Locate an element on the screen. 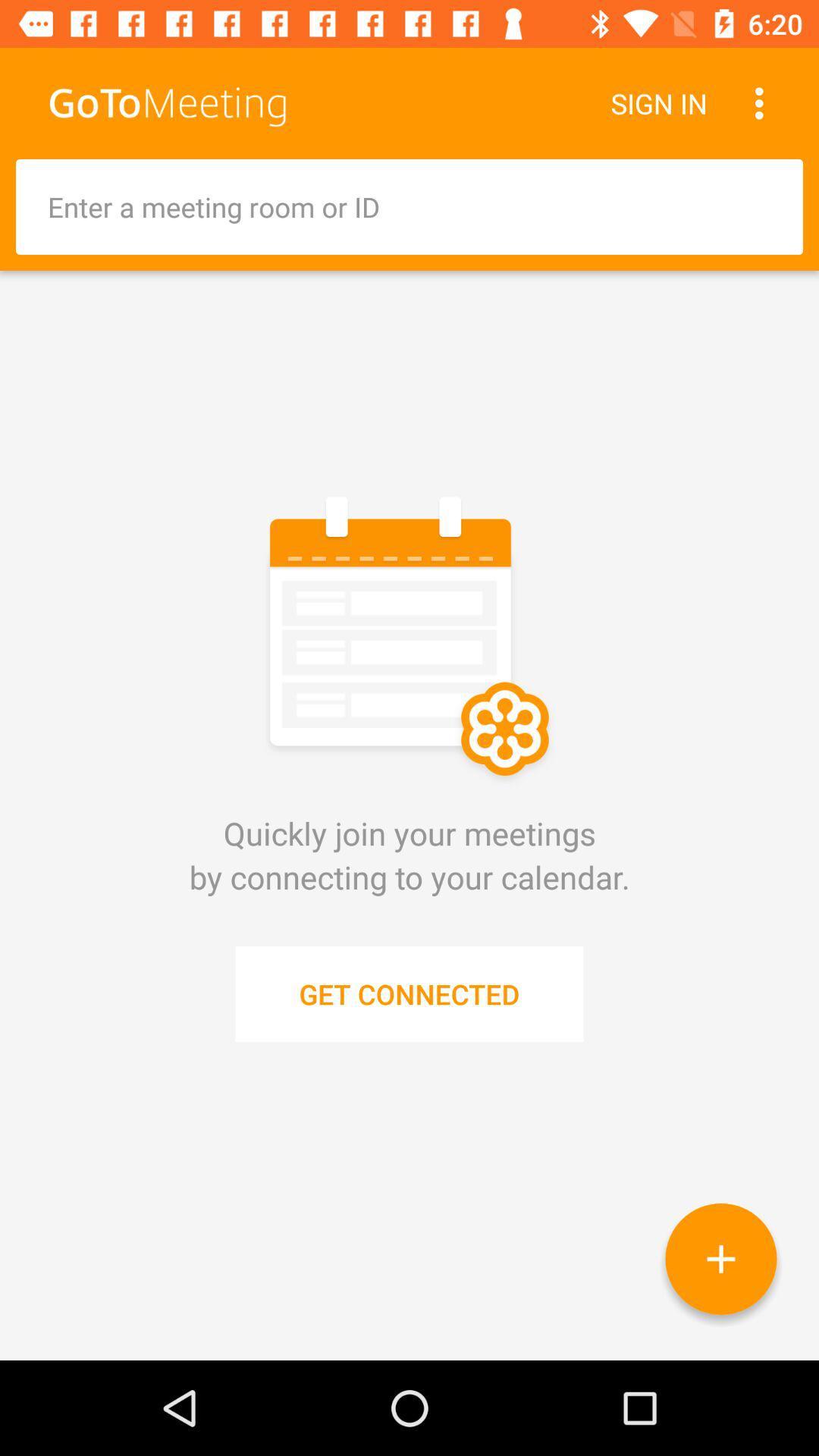 This screenshot has height=1456, width=819. the get connected is located at coordinates (409, 993).